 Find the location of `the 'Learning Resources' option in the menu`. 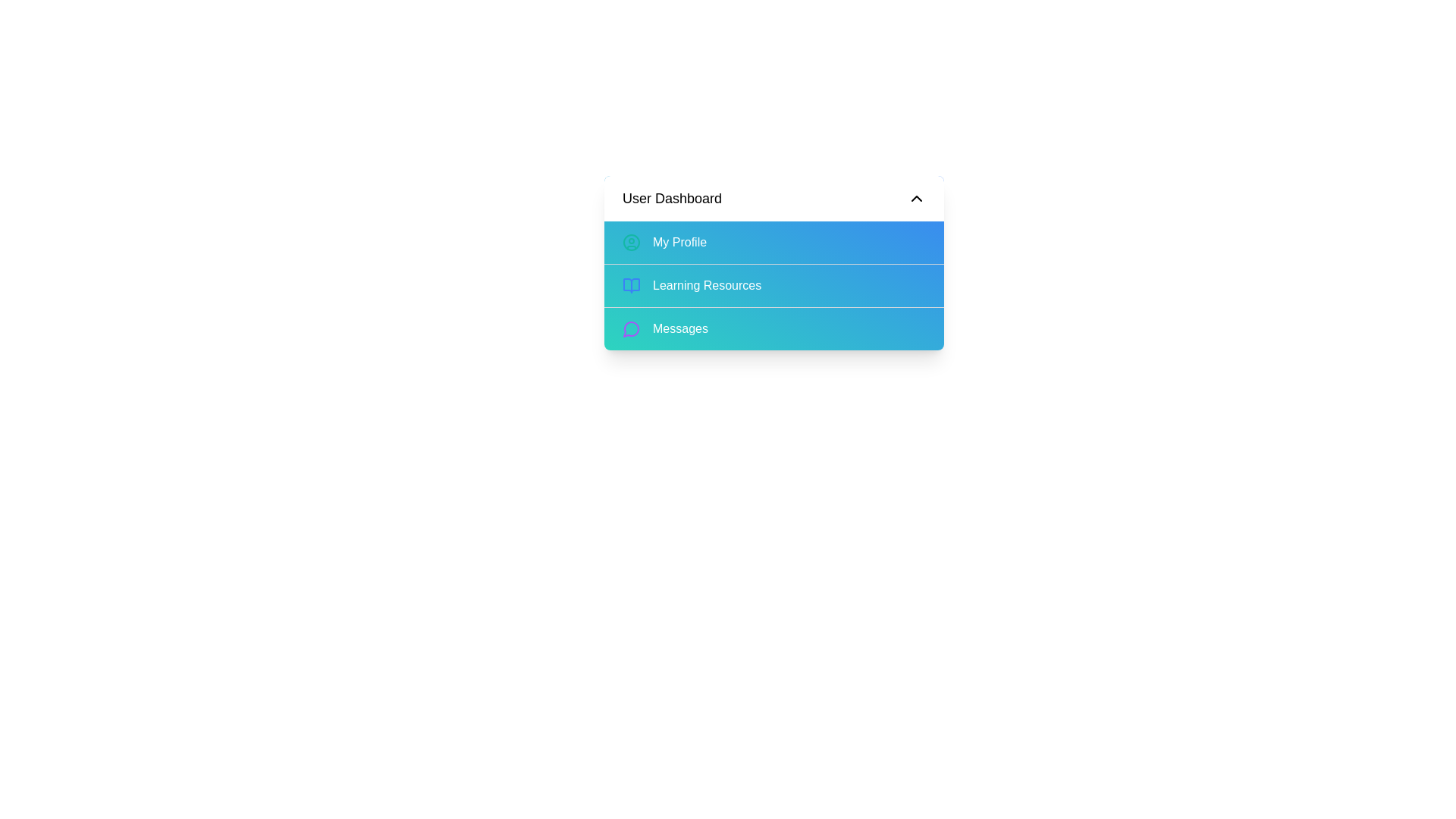

the 'Learning Resources' option in the menu is located at coordinates (774, 285).